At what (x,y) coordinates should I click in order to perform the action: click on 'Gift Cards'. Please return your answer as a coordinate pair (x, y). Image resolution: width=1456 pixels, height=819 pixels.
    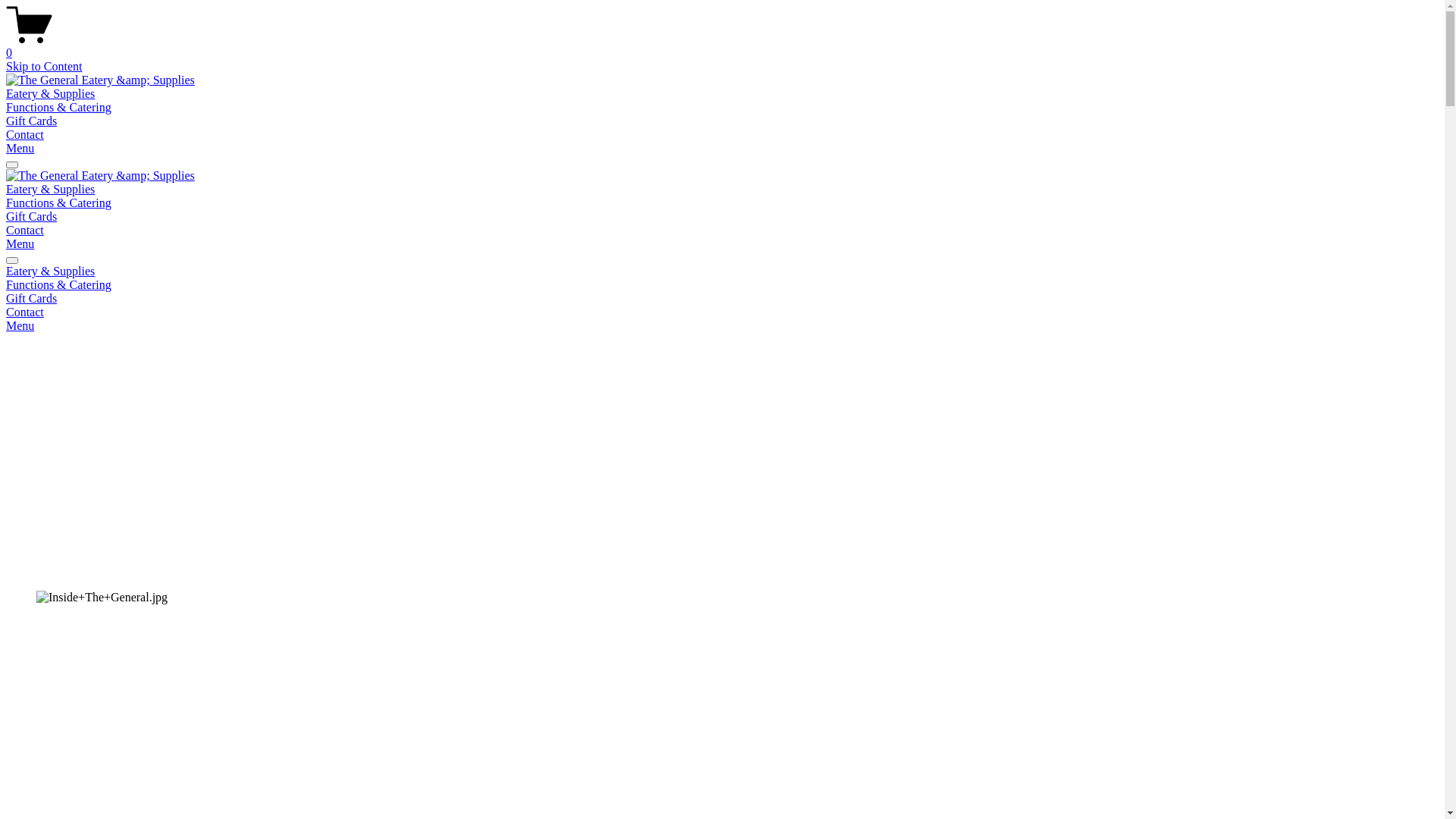
    Looking at the image, I should click on (31, 298).